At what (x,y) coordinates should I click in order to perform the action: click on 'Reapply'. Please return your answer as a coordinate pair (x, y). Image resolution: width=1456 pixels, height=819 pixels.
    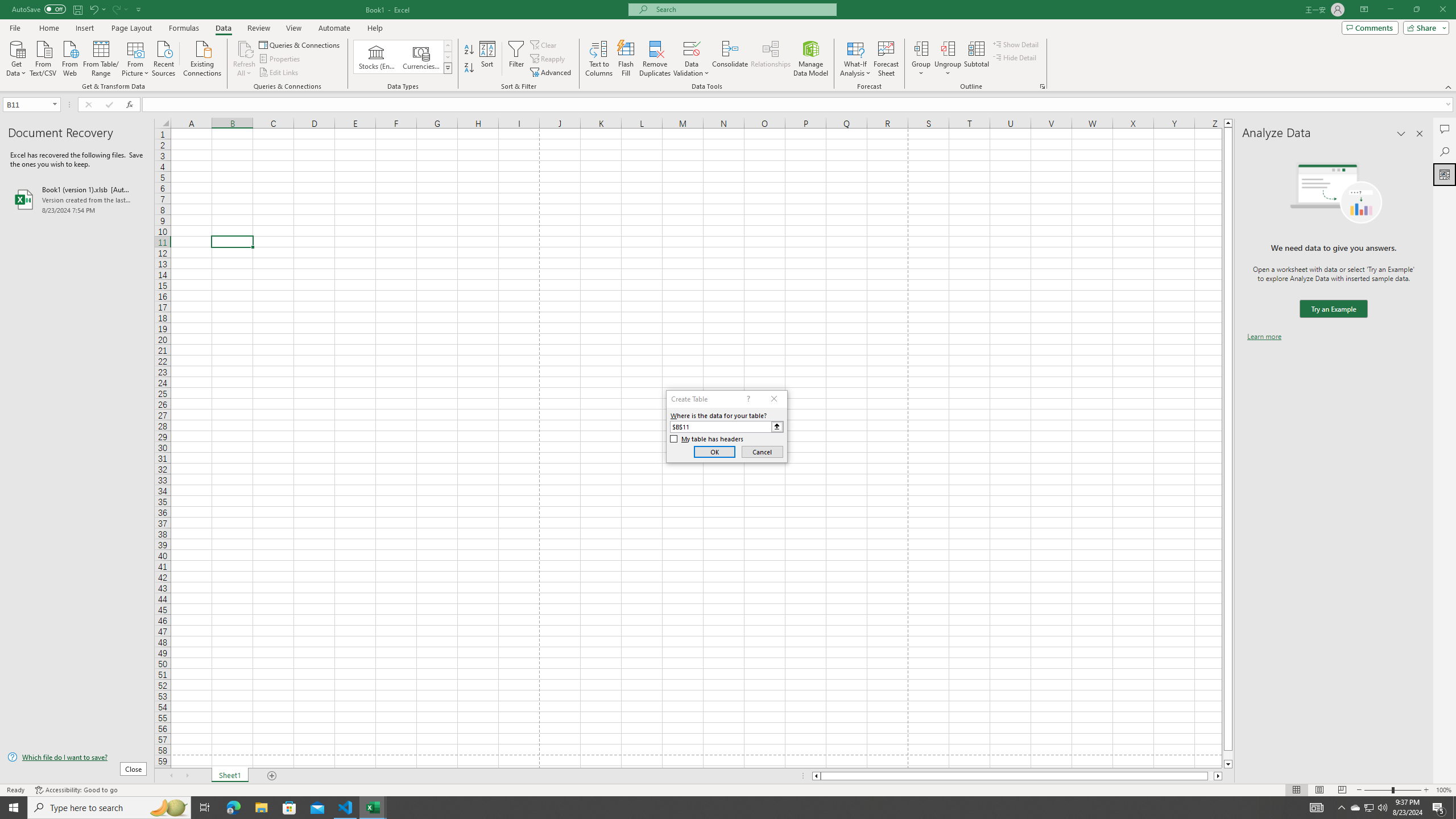
    Looking at the image, I should click on (549, 59).